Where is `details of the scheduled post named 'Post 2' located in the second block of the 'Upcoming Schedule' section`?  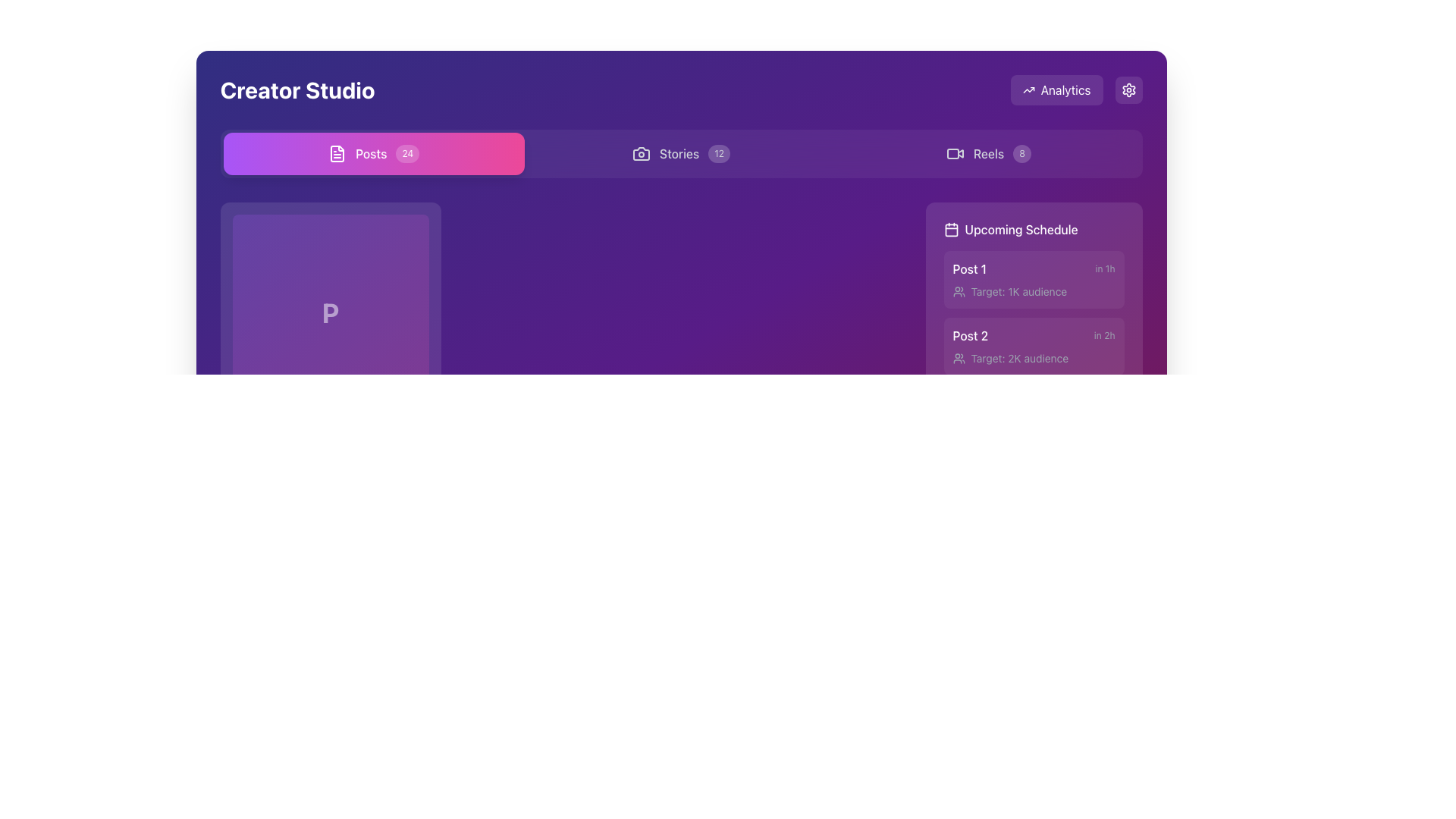
details of the scheduled post named 'Post 2' located in the second block of the 'Upcoming Schedule' section is located at coordinates (1033, 346).